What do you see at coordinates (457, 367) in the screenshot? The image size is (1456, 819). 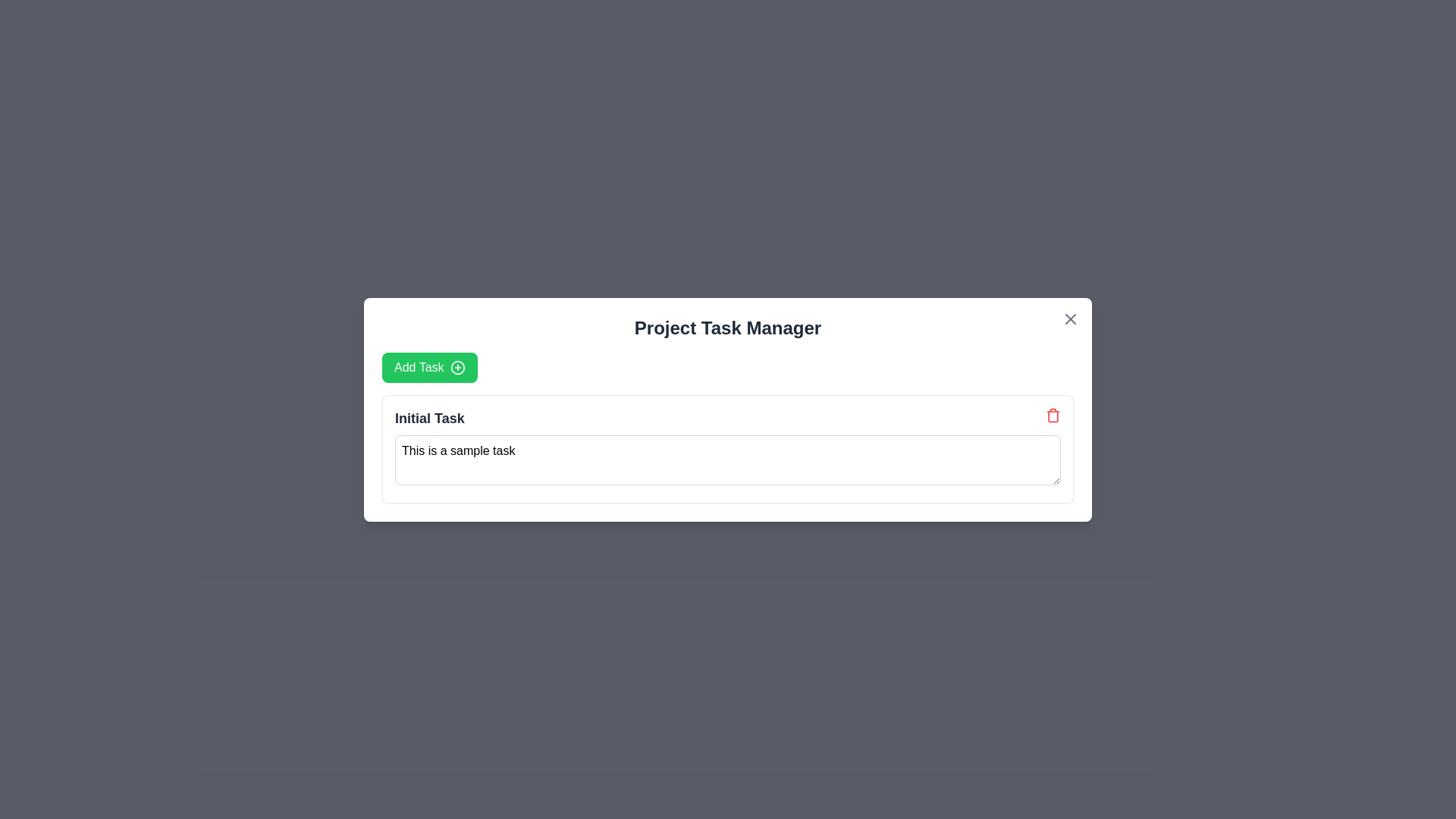 I see `the SVG circle that represents the circular part of the plus icon, located to the right of the 'Add Task' button in the task manager dialog` at bounding box center [457, 367].